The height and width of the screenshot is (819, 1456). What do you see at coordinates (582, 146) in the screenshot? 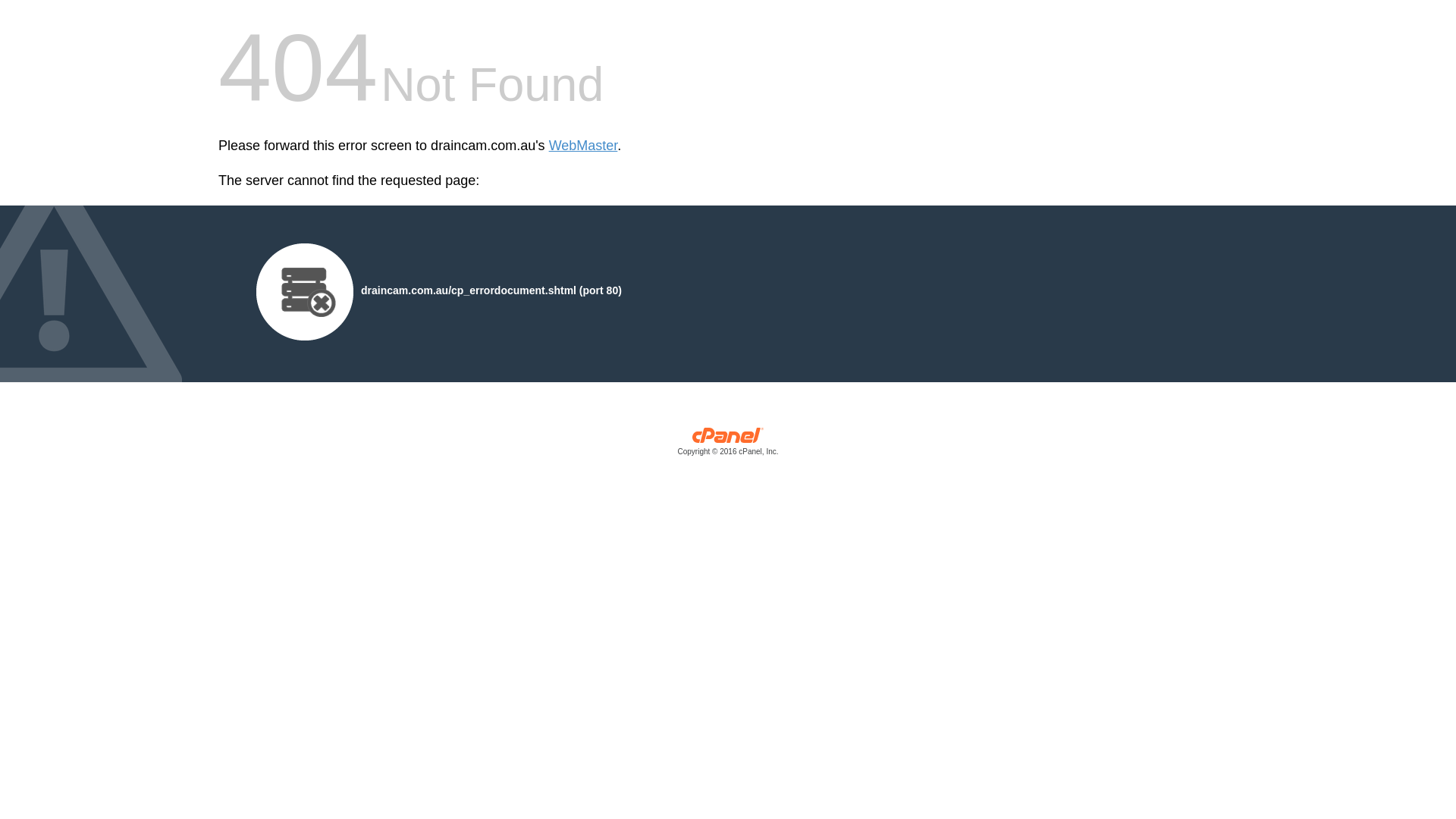
I see `'WebMaster'` at bounding box center [582, 146].